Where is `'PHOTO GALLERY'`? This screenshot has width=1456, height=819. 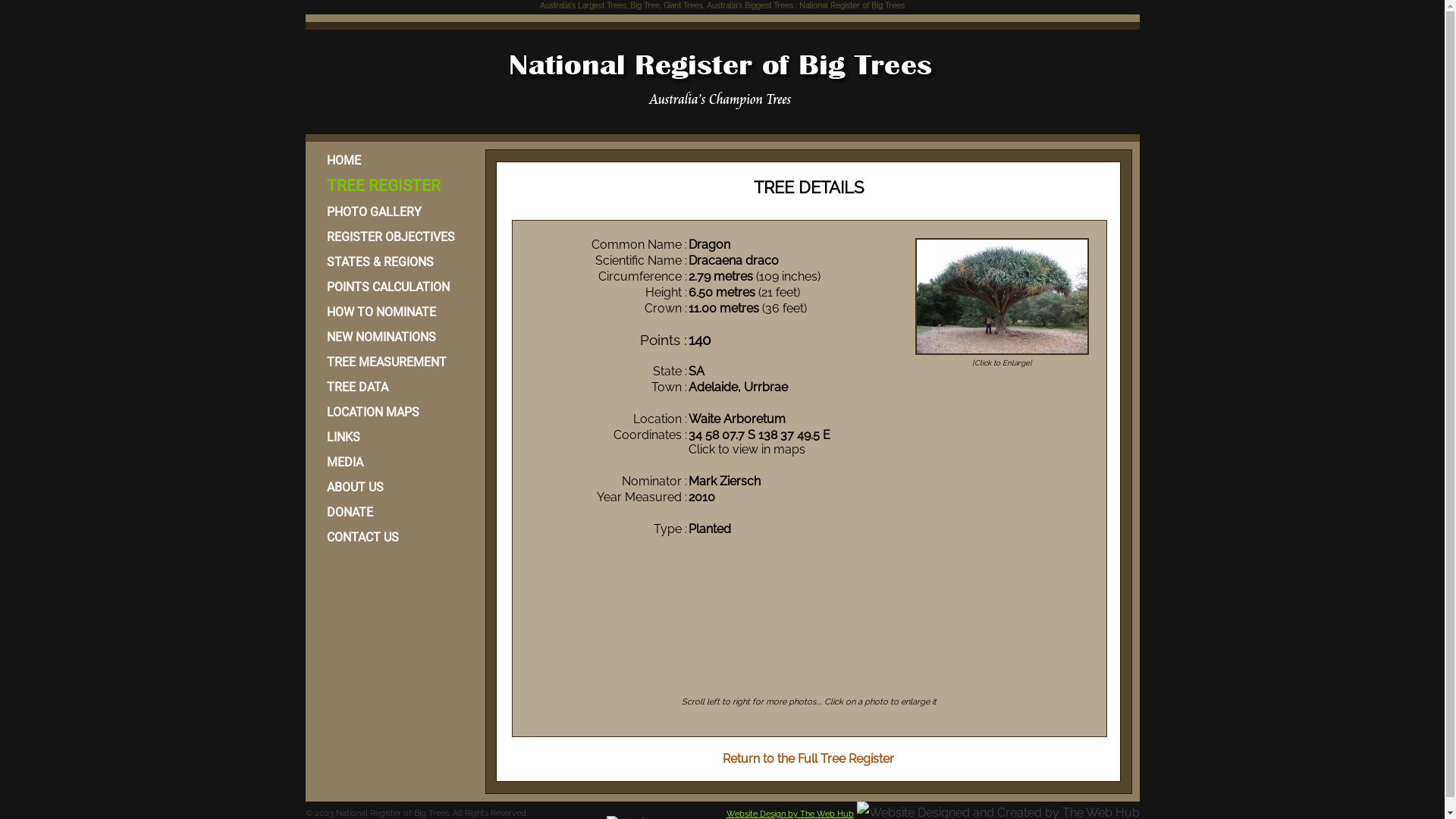
'PHOTO GALLERY' is located at coordinates (393, 212).